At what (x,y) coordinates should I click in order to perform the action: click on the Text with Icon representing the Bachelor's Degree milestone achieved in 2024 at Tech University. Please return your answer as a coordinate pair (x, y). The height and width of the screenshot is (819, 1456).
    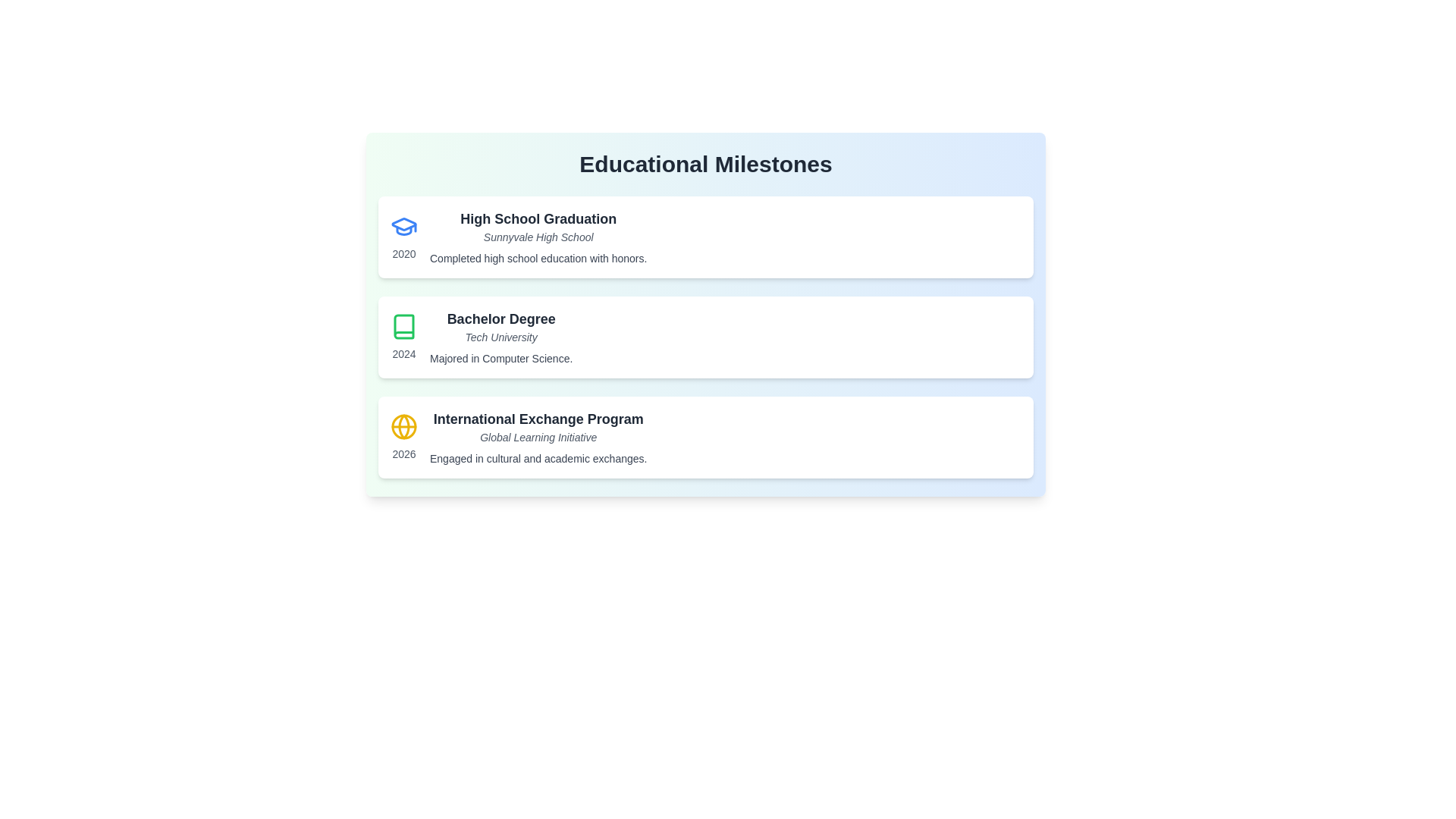
    Looking at the image, I should click on (403, 336).